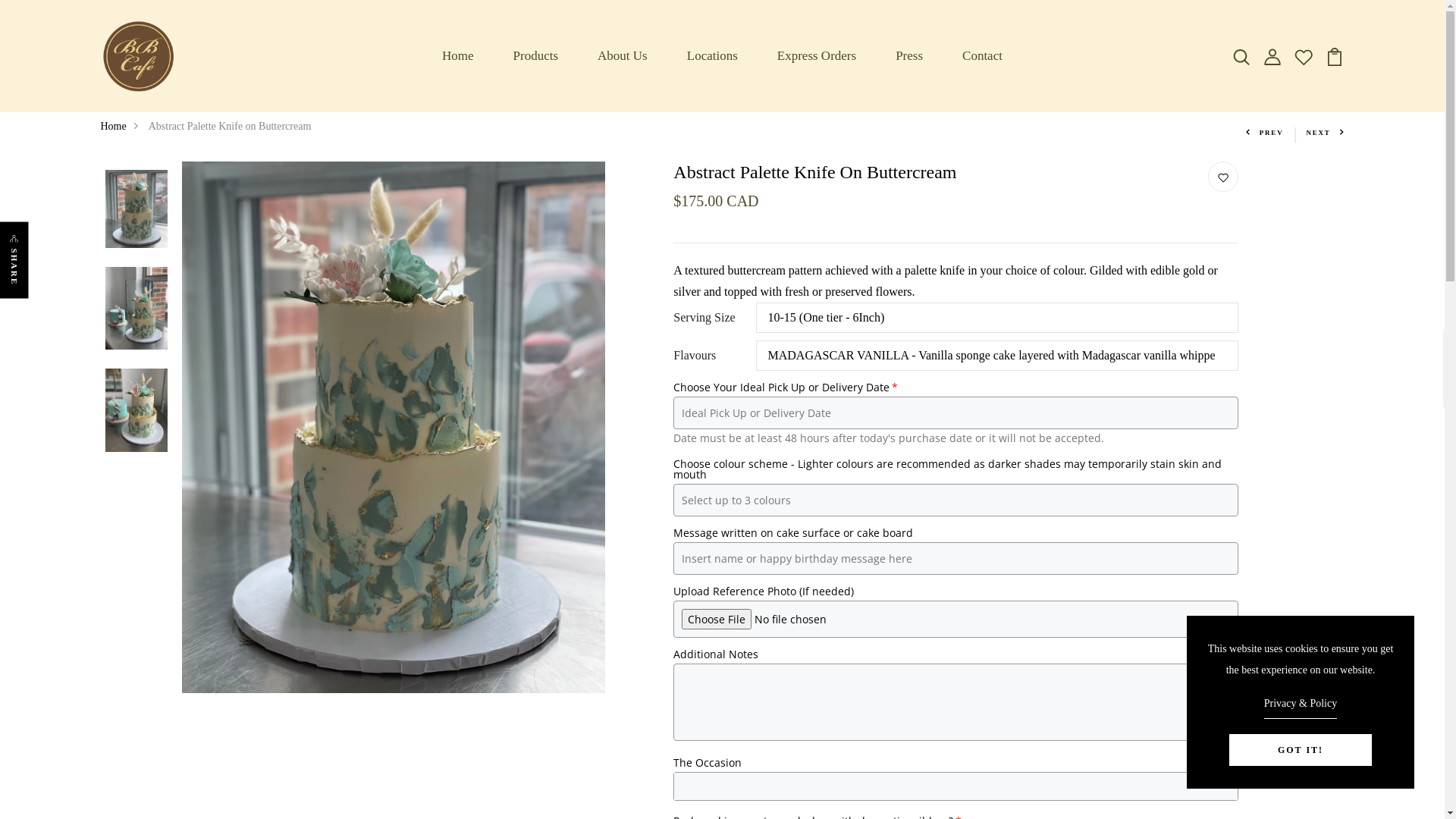  What do you see at coordinates (1324, 131) in the screenshot?
I see `'NEXT'` at bounding box center [1324, 131].